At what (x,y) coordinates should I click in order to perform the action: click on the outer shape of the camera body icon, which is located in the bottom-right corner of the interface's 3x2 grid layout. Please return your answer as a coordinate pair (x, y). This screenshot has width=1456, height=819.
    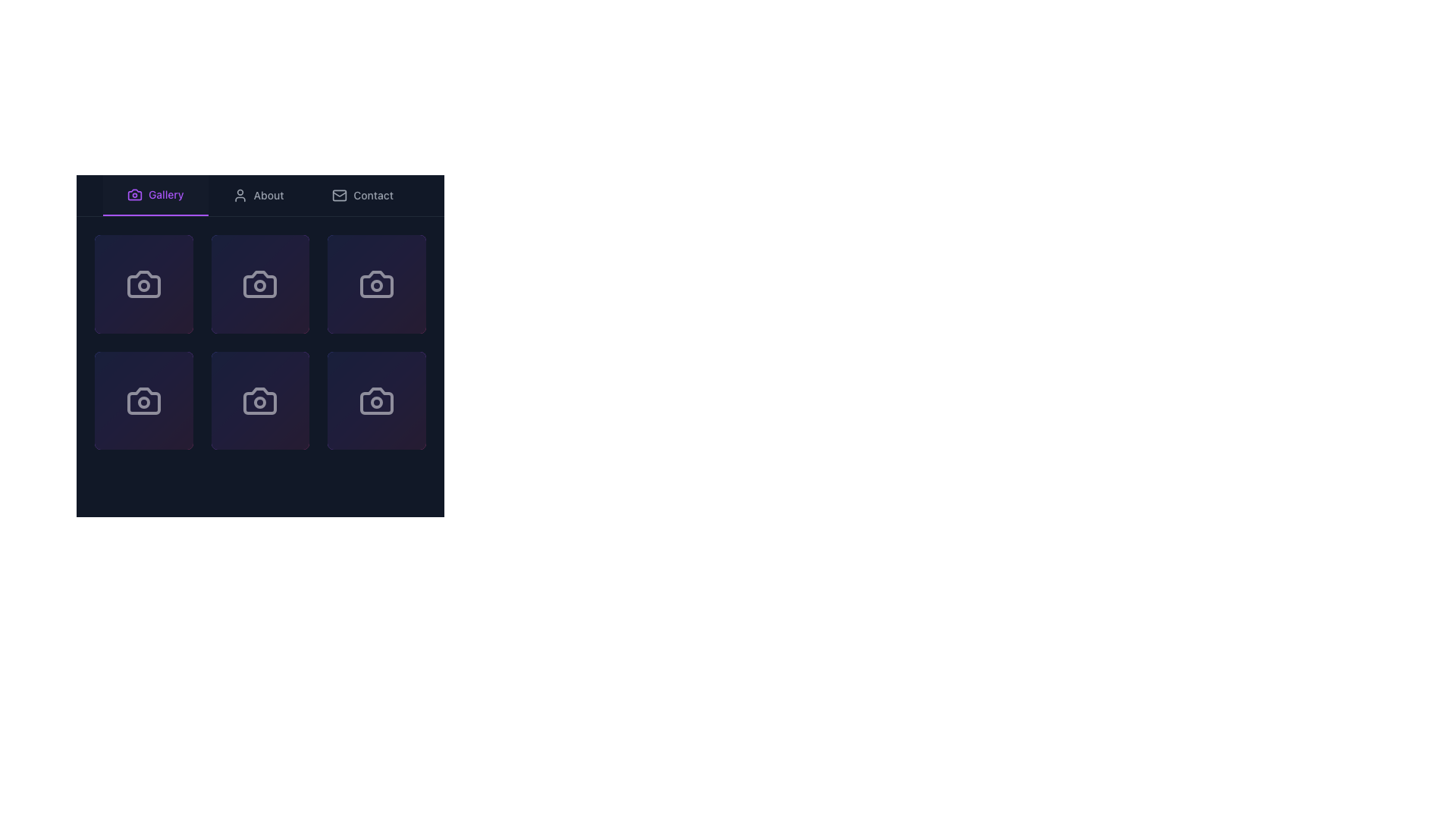
    Looking at the image, I should click on (377, 400).